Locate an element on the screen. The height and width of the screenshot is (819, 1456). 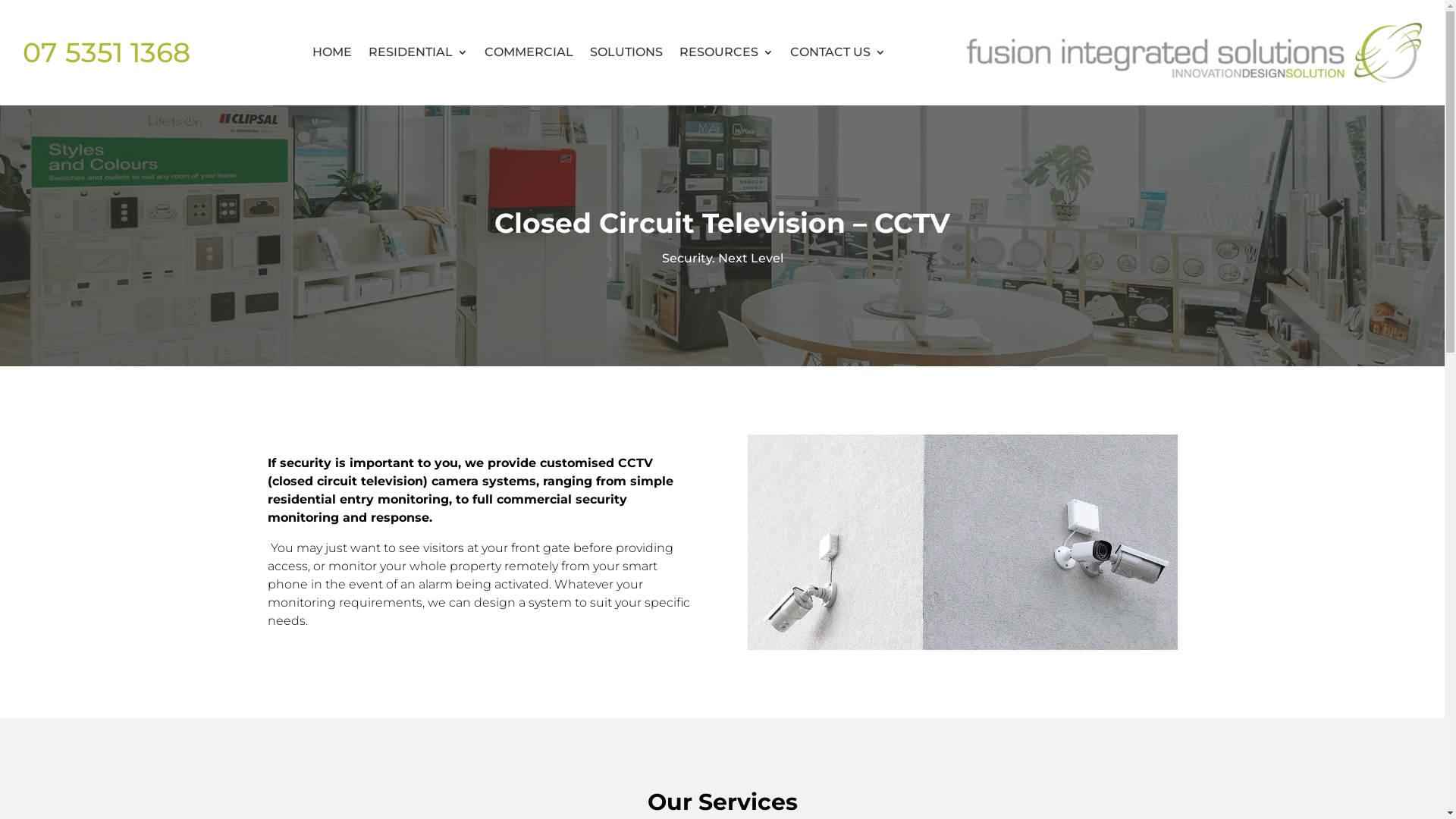
'COMMERCIAL' is located at coordinates (483, 52).